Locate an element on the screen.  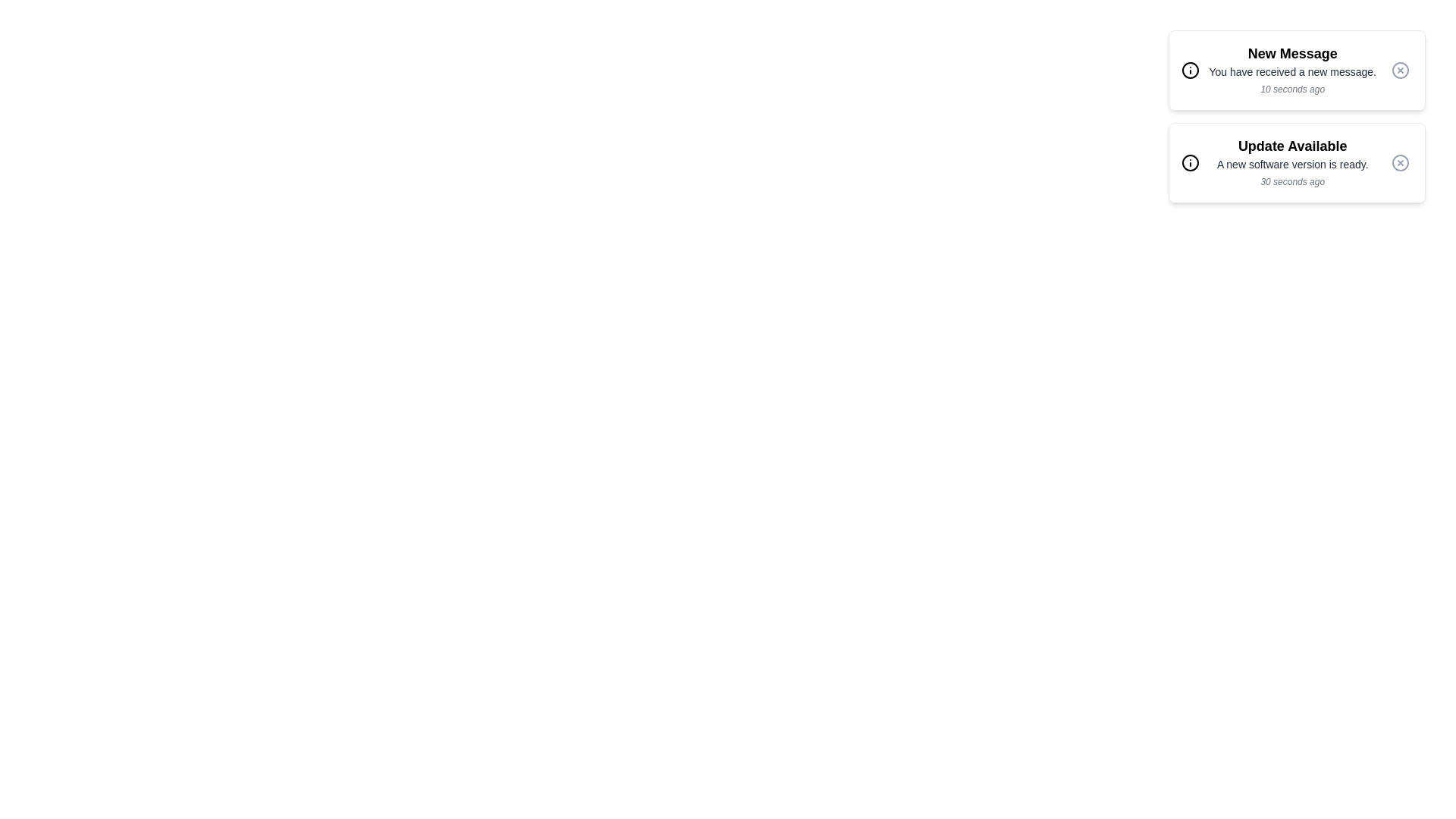
the notification with title New Message is located at coordinates (1296, 70).